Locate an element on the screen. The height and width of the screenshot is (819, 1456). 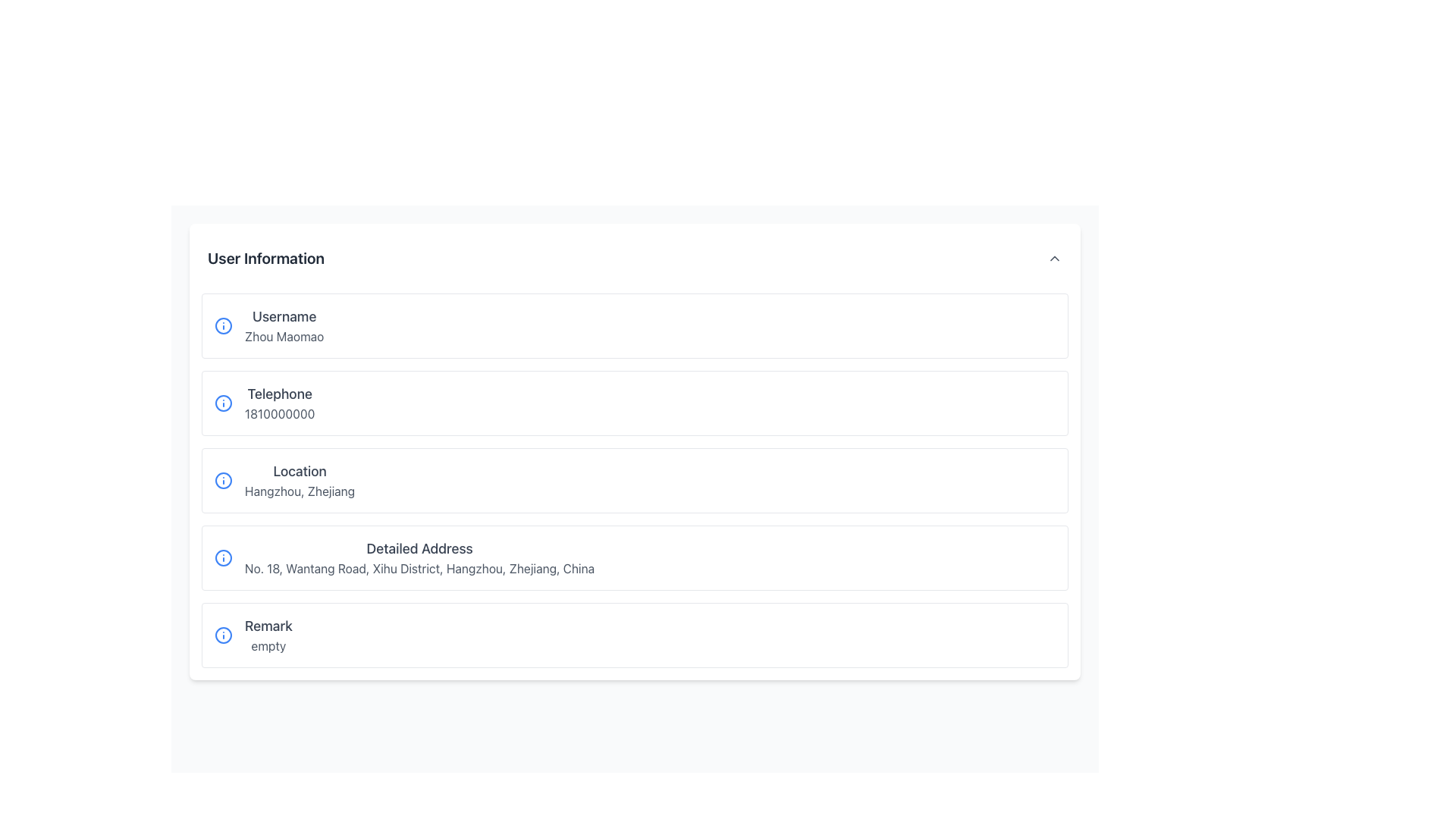
the static text label 'Remark' located at the bottom-most section of the user information display, which serves as a descriptive header for the content below is located at coordinates (268, 626).